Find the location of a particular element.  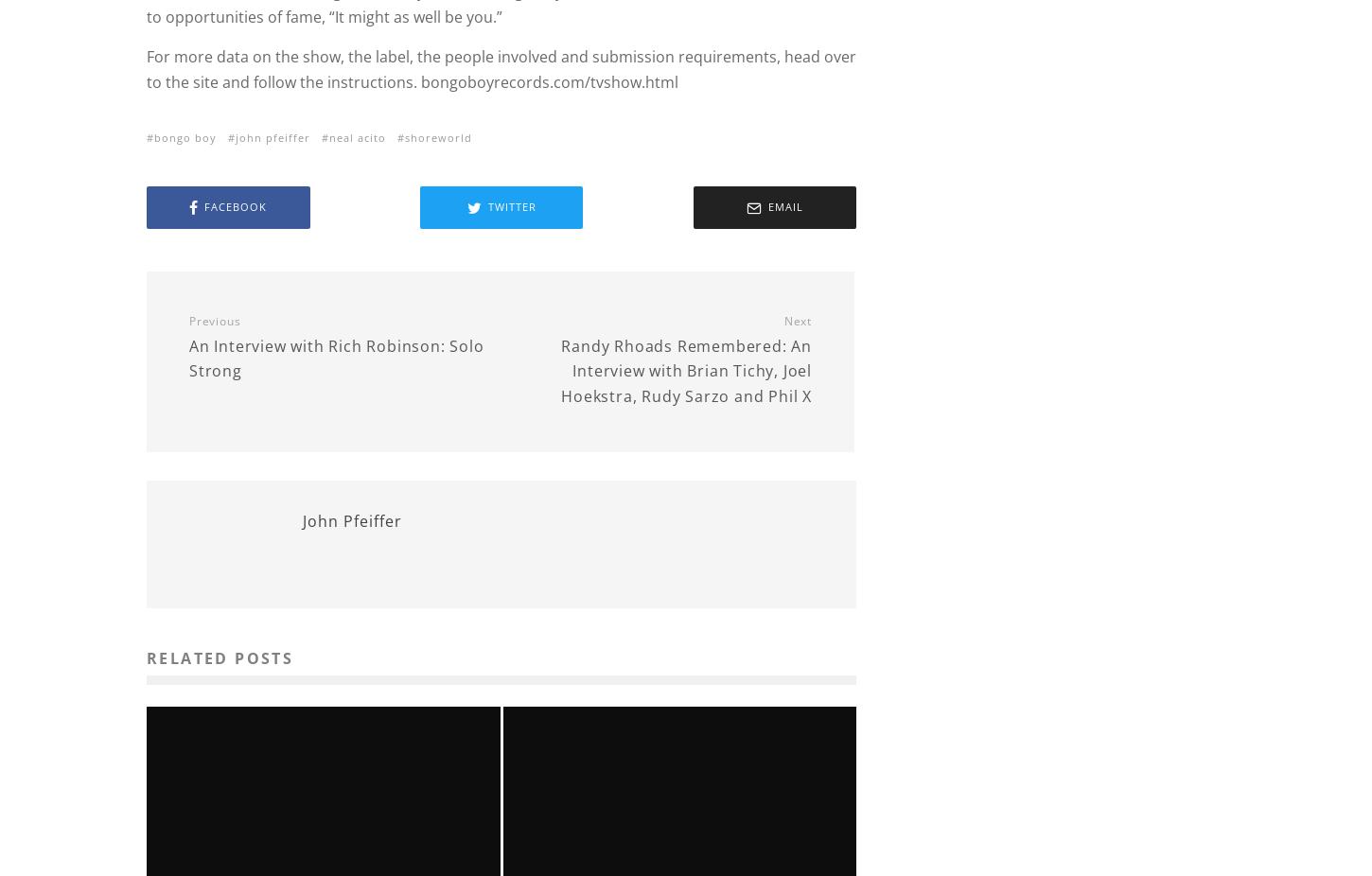

'Twitter' is located at coordinates (511, 205).